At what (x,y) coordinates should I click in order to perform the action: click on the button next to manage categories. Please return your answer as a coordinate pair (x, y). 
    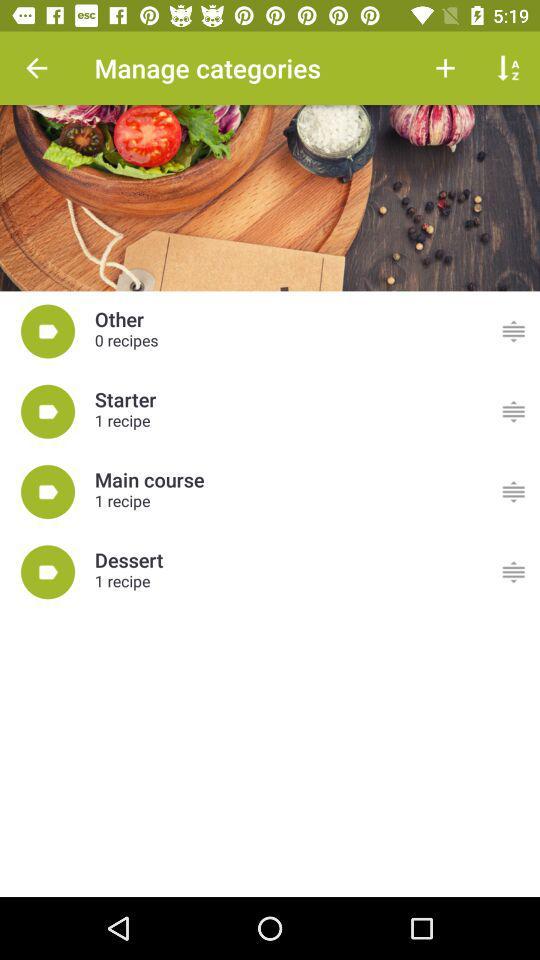
    Looking at the image, I should click on (445, 68).